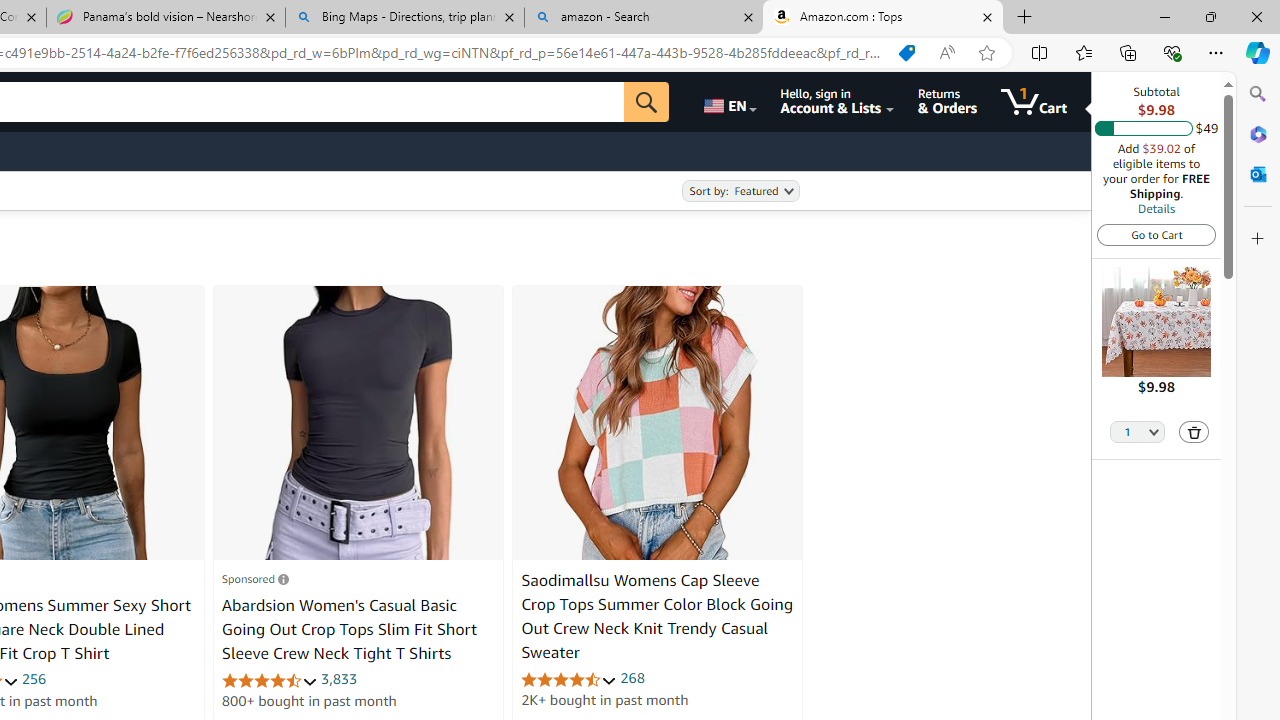  Describe the element at coordinates (631, 677) in the screenshot. I see `'268'` at that location.